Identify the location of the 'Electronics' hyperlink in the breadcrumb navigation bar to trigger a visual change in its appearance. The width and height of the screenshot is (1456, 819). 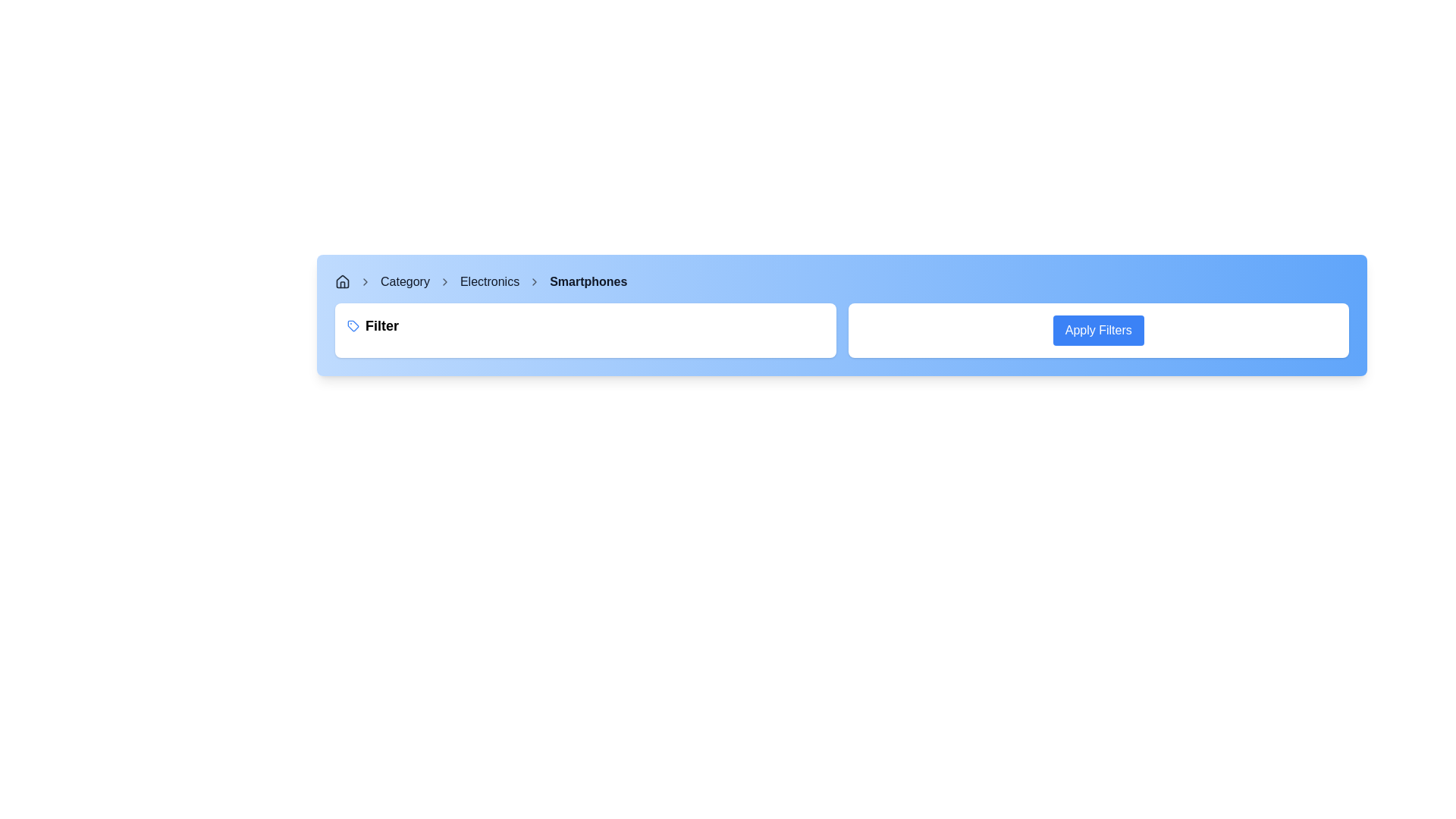
(490, 281).